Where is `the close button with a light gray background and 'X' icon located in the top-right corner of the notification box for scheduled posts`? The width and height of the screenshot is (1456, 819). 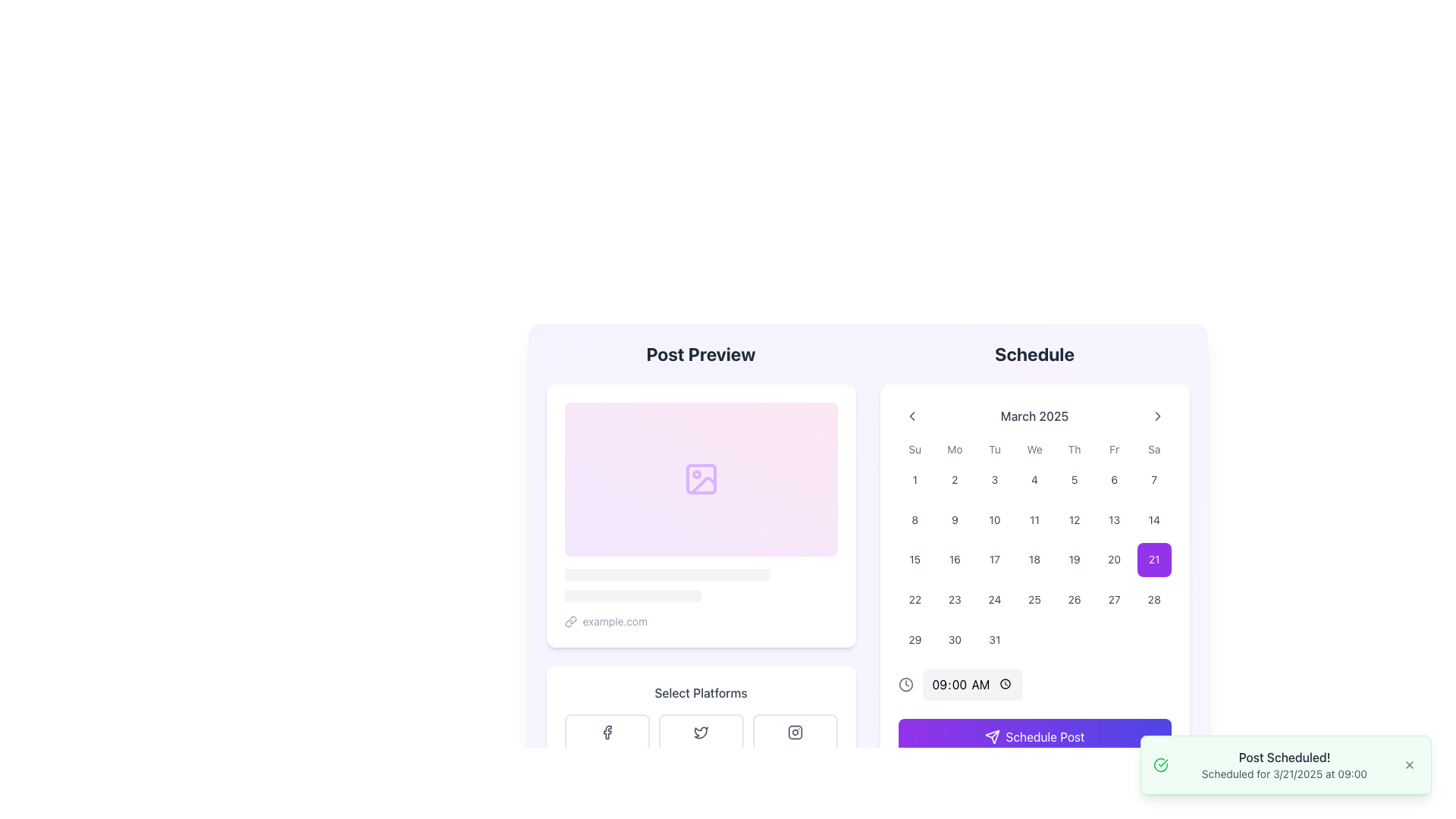
the close button with a light gray background and 'X' icon located in the top-right corner of the notification box for scheduled posts is located at coordinates (1408, 765).